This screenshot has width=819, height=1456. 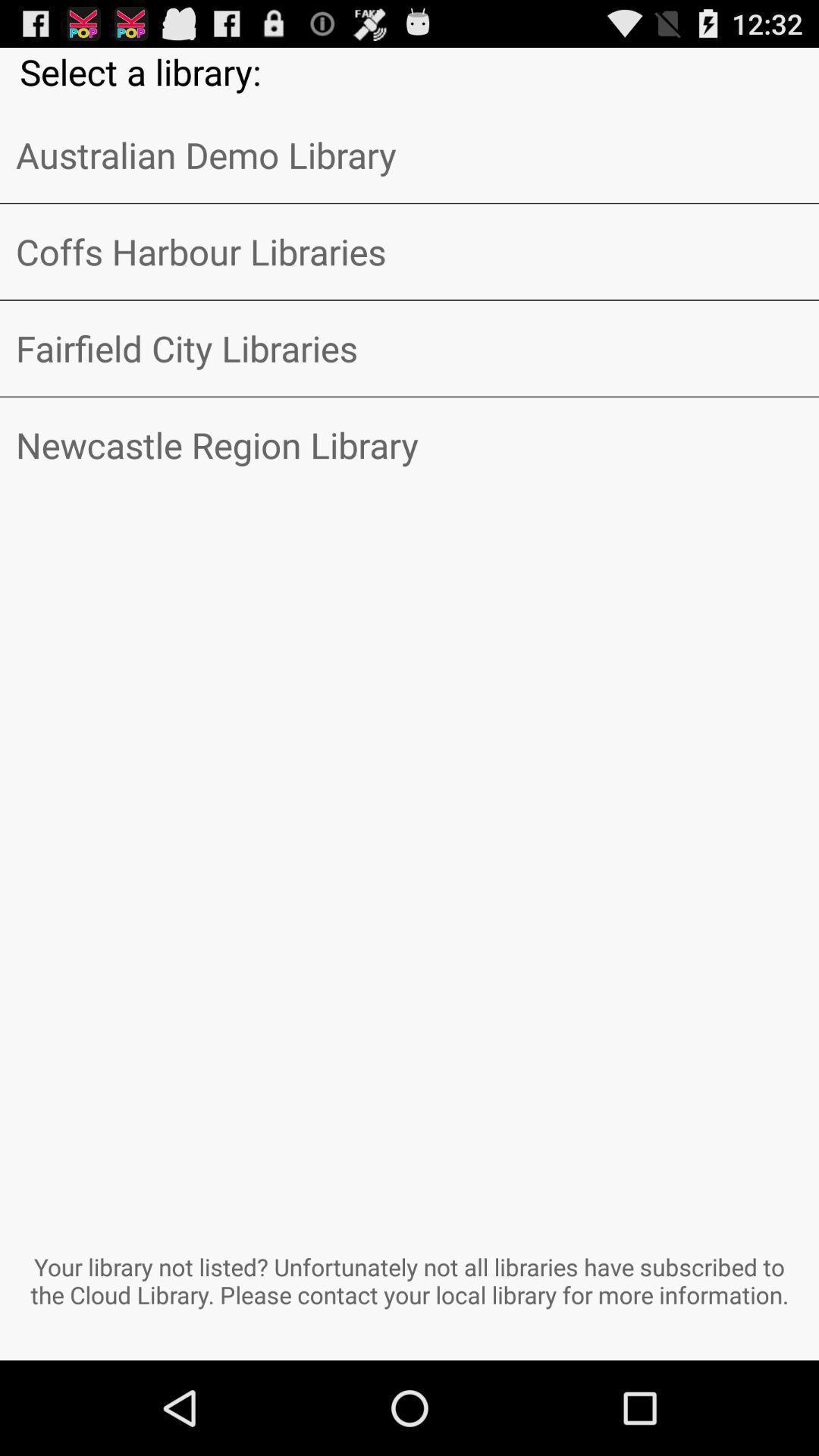 I want to click on the item above the newcastle region library icon, so click(x=409, y=347).